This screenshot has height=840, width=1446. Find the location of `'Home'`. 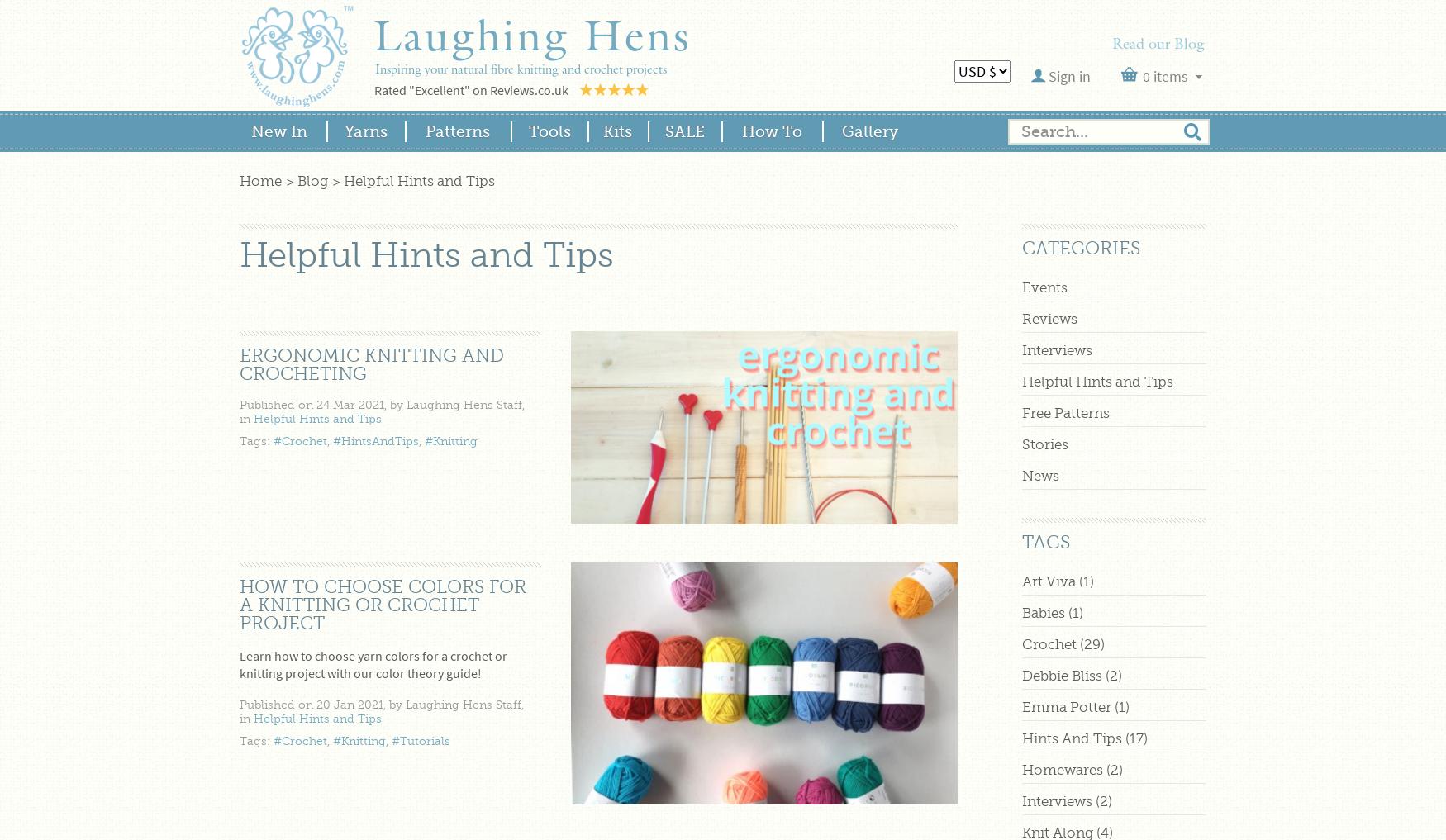

'Home' is located at coordinates (260, 181).